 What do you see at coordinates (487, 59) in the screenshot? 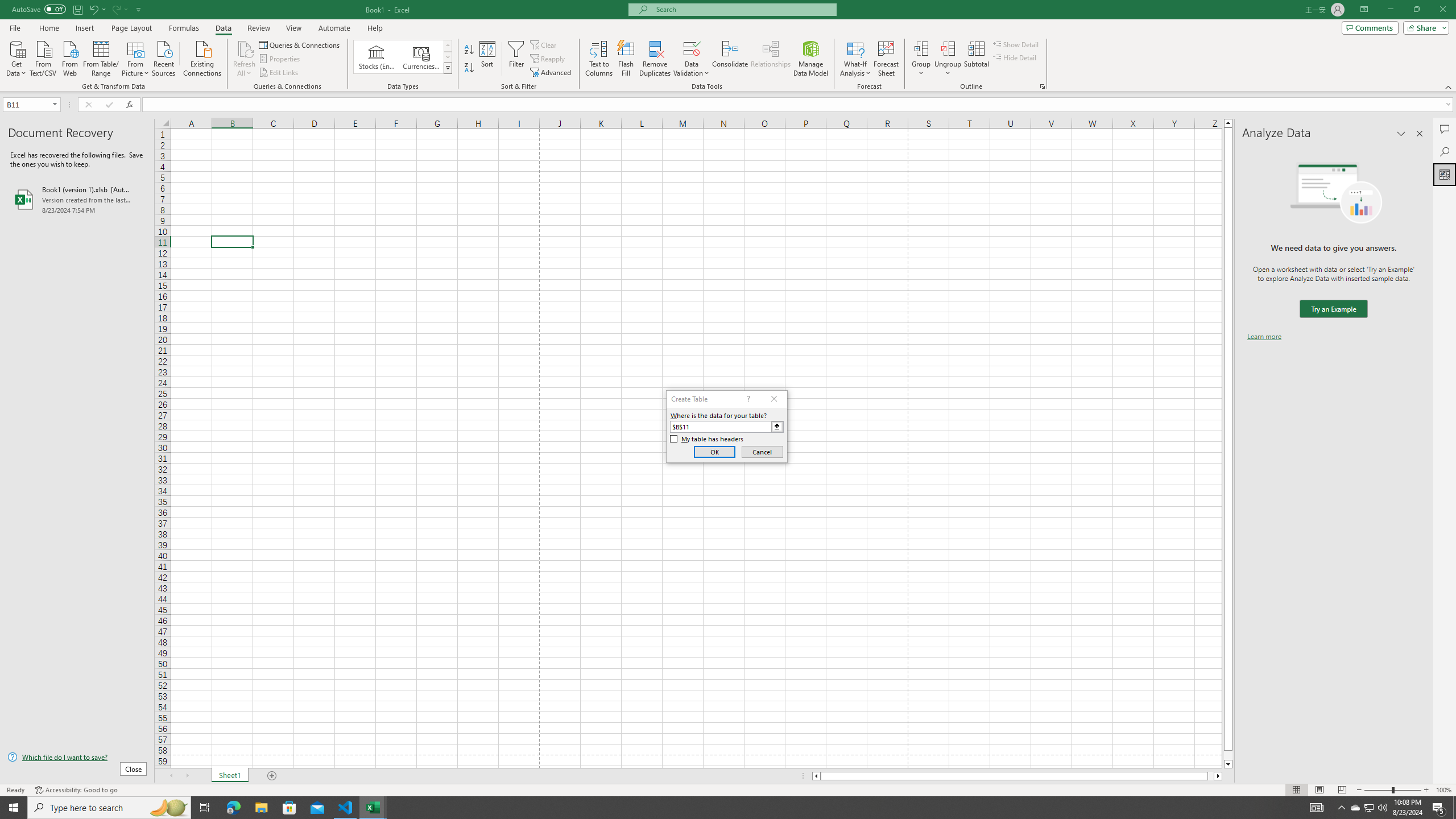
I see `'Sort...'` at bounding box center [487, 59].